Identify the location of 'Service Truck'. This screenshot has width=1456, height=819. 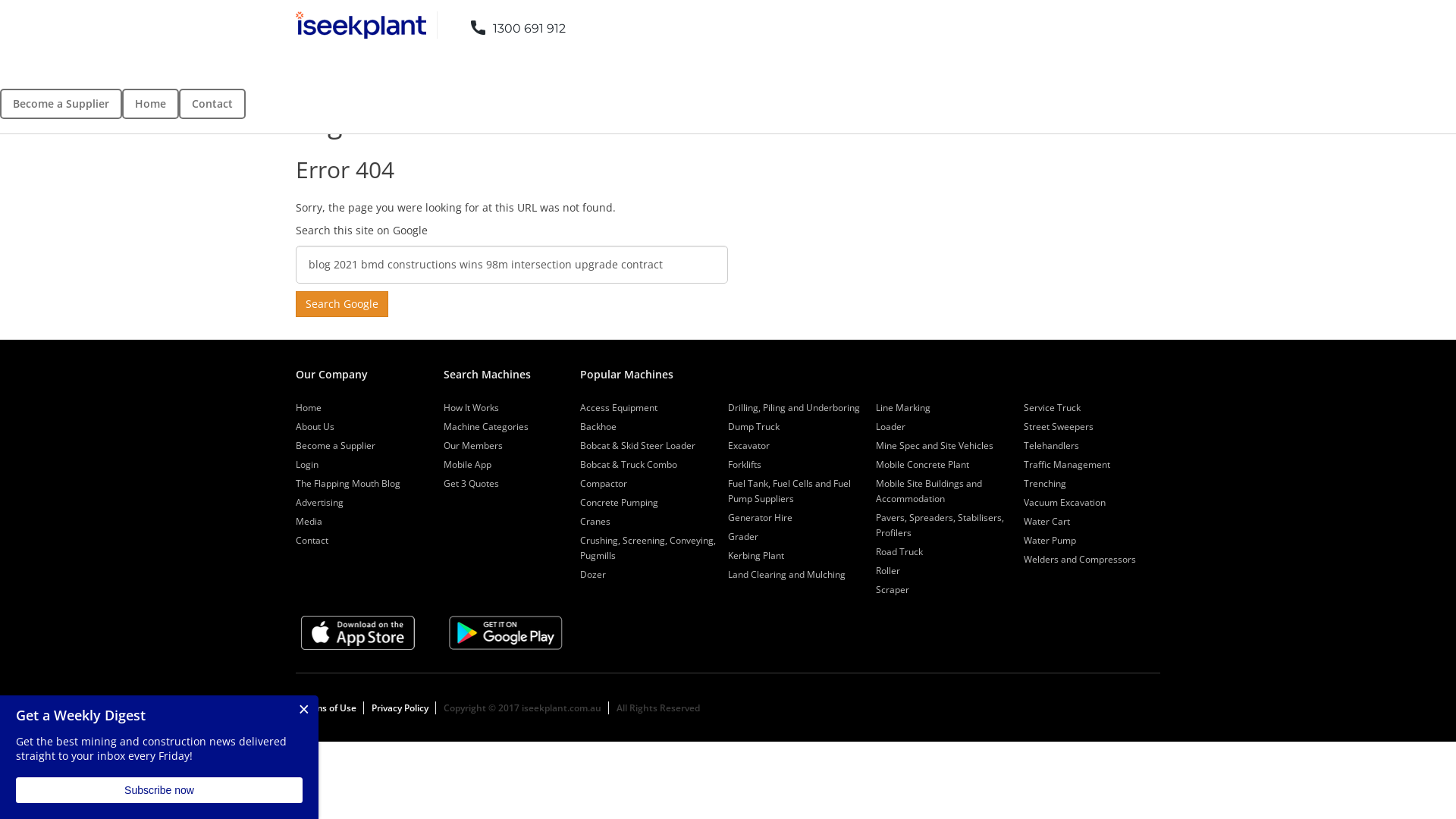
(1051, 406).